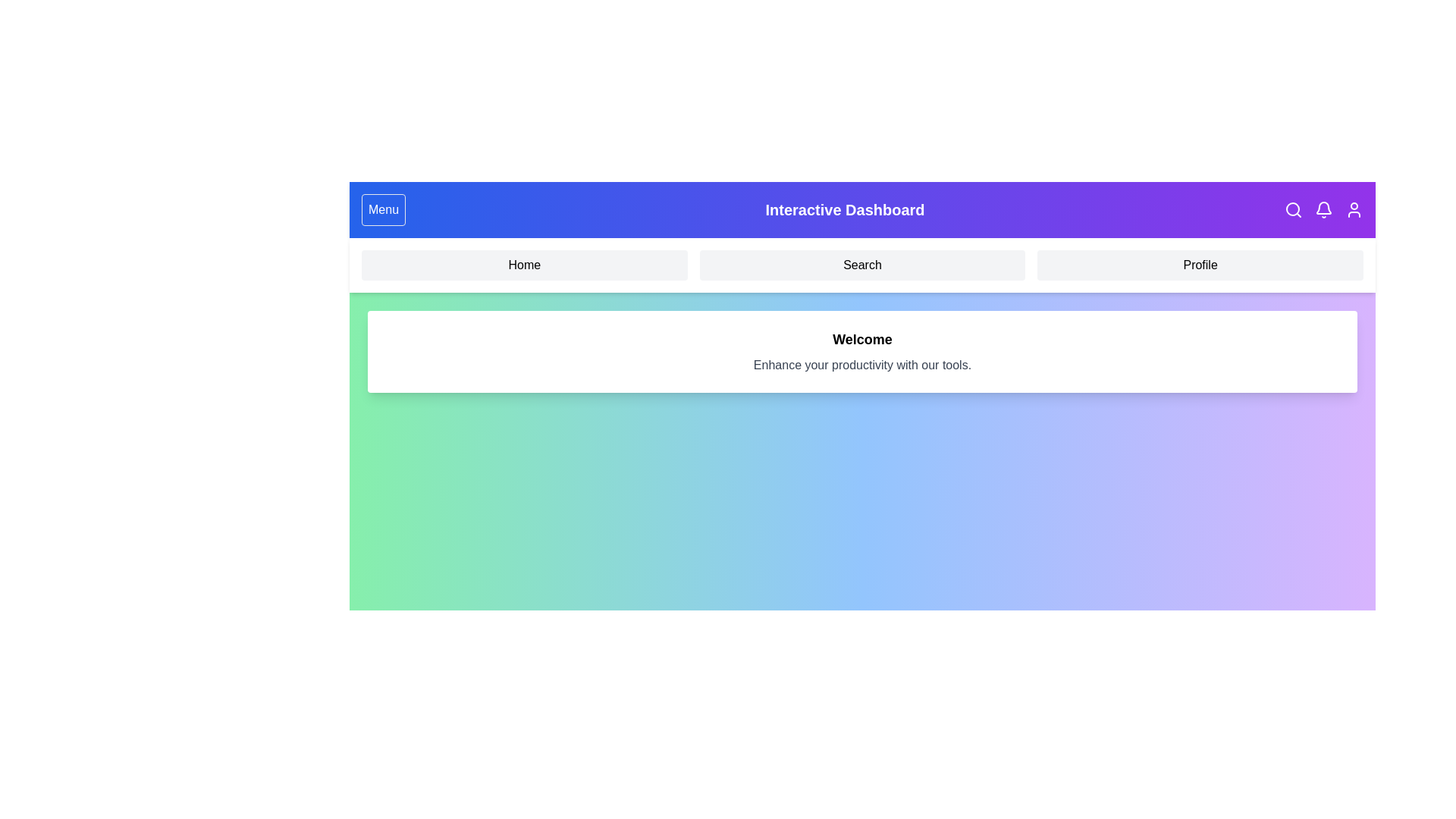 Image resolution: width=1456 pixels, height=819 pixels. I want to click on the 'Profile' link in the menu, so click(1200, 265).